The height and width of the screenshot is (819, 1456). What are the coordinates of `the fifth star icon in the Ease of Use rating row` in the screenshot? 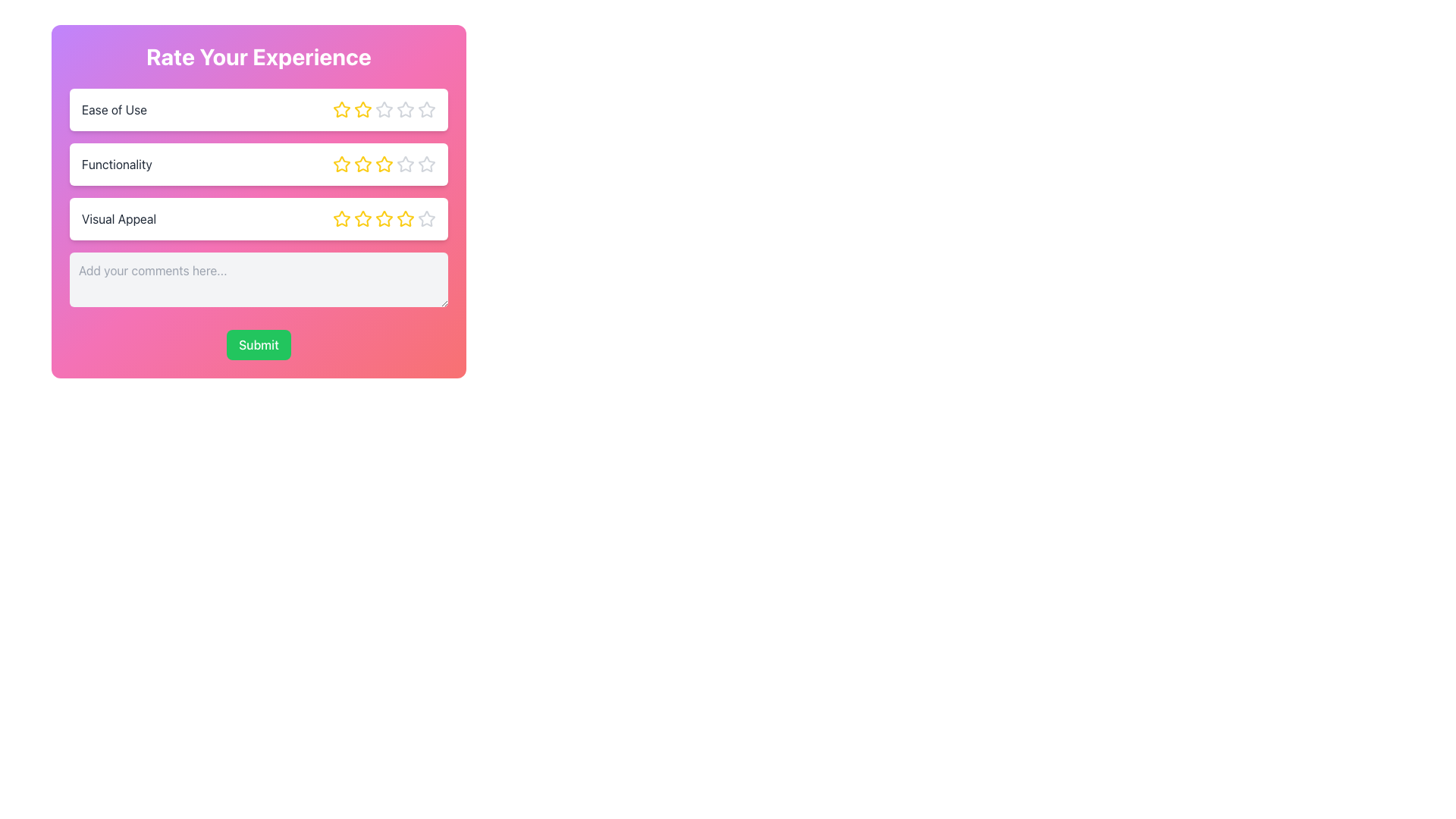 It's located at (425, 109).